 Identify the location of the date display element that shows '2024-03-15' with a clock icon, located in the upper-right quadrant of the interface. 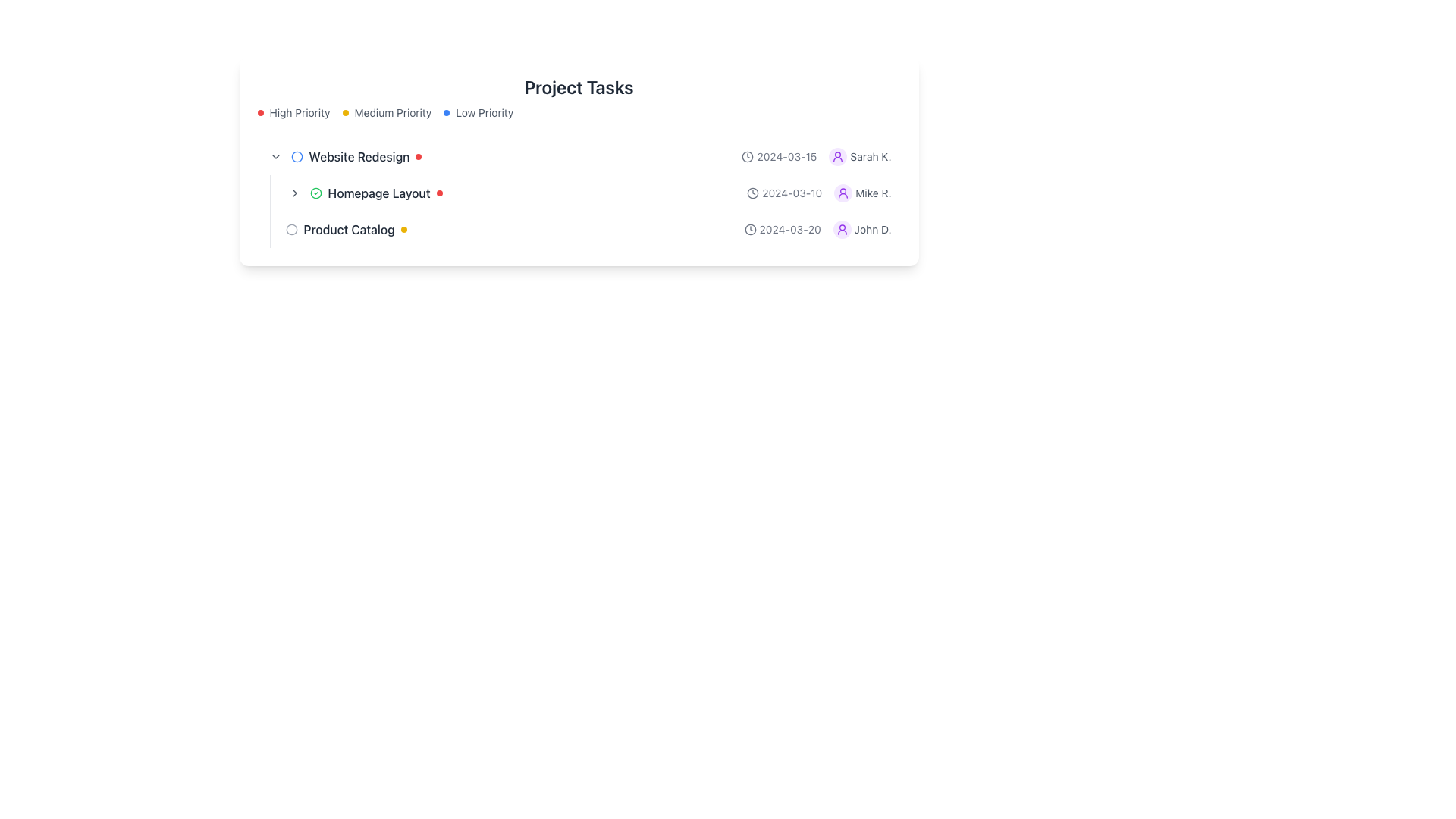
(779, 157).